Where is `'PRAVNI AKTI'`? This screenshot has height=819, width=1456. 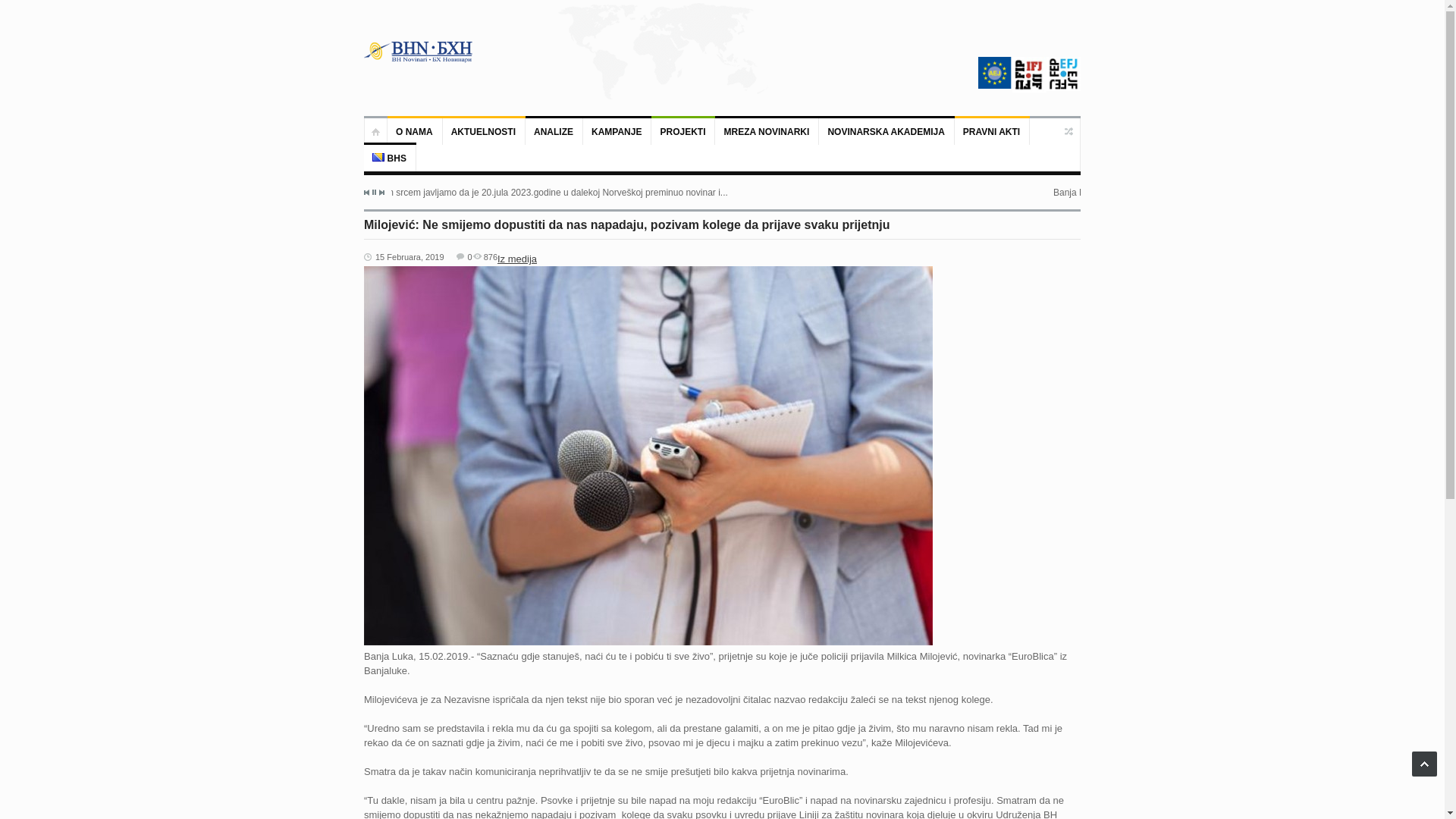 'PRAVNI AKTI' is located at coordinates (992, 130).